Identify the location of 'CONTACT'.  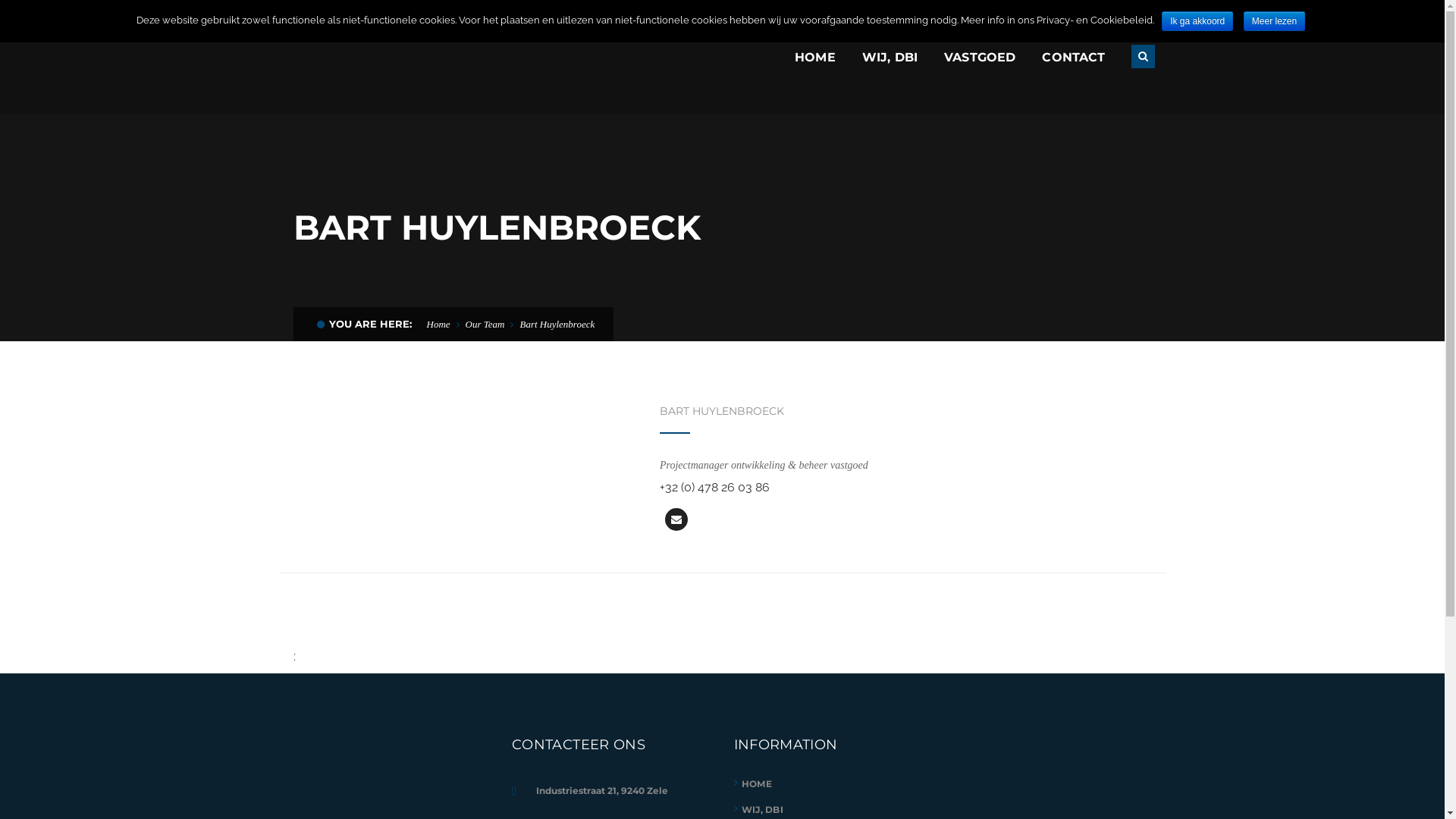
(1072, 56).